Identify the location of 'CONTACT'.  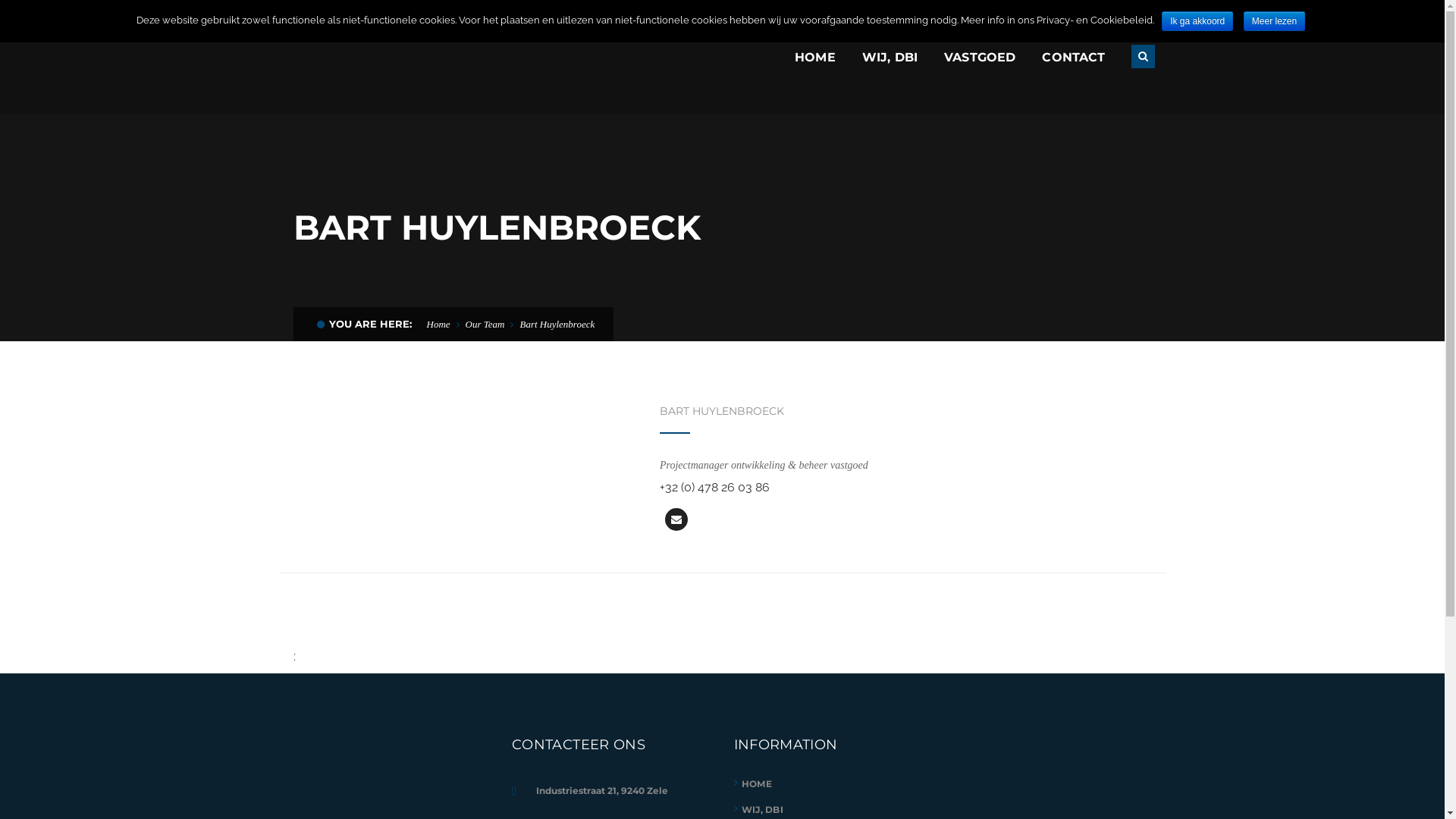
(1072, 56).